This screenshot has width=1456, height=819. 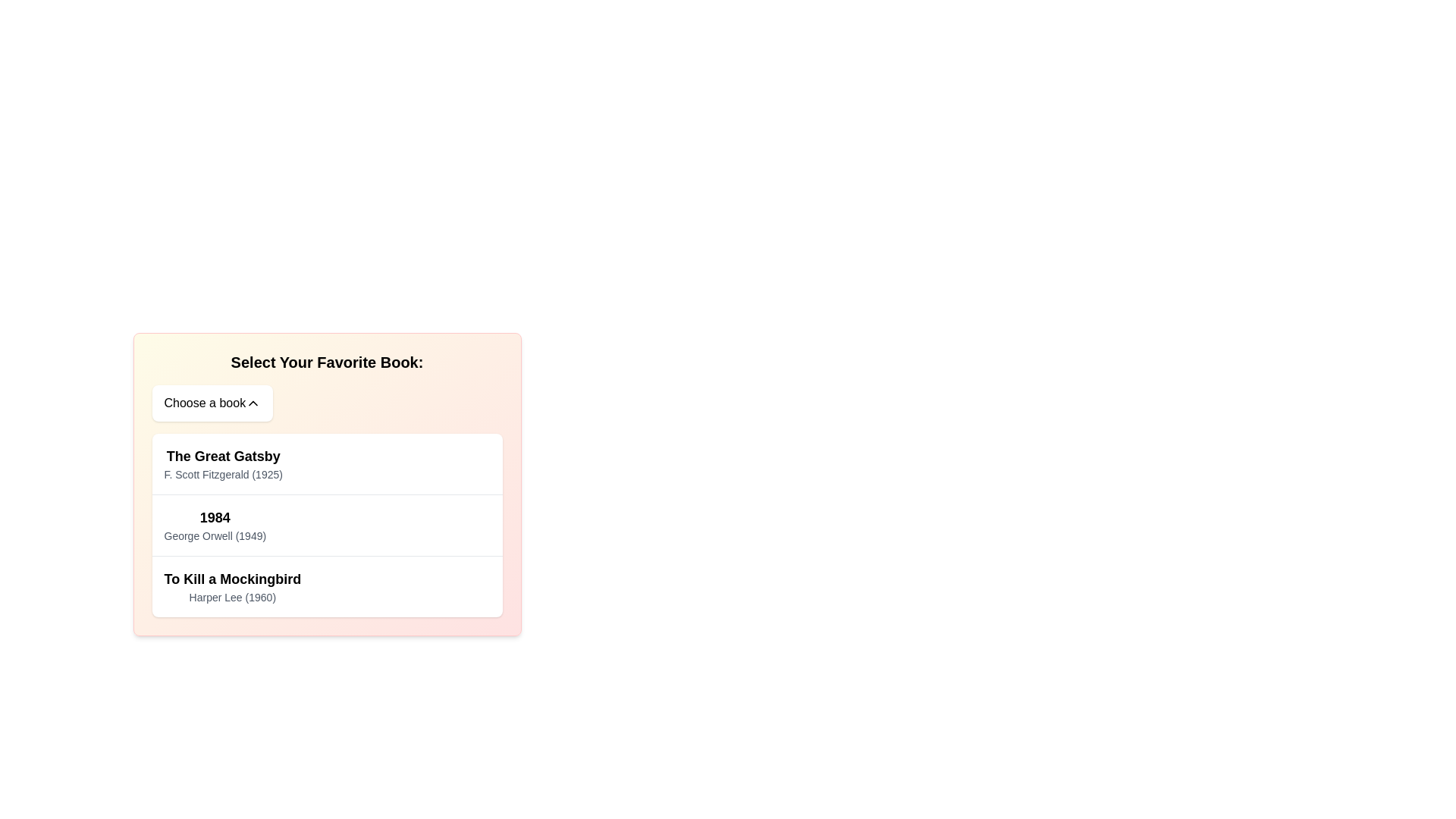 What do you see at coordinates (222, 463) in the screenshot?
I see `the text content display for 'The Great Gatsby' which is styled with a bold title and a lighter subtitle, located under the header 'Select Your Favorite Book'` at bounding box center [222, 463].